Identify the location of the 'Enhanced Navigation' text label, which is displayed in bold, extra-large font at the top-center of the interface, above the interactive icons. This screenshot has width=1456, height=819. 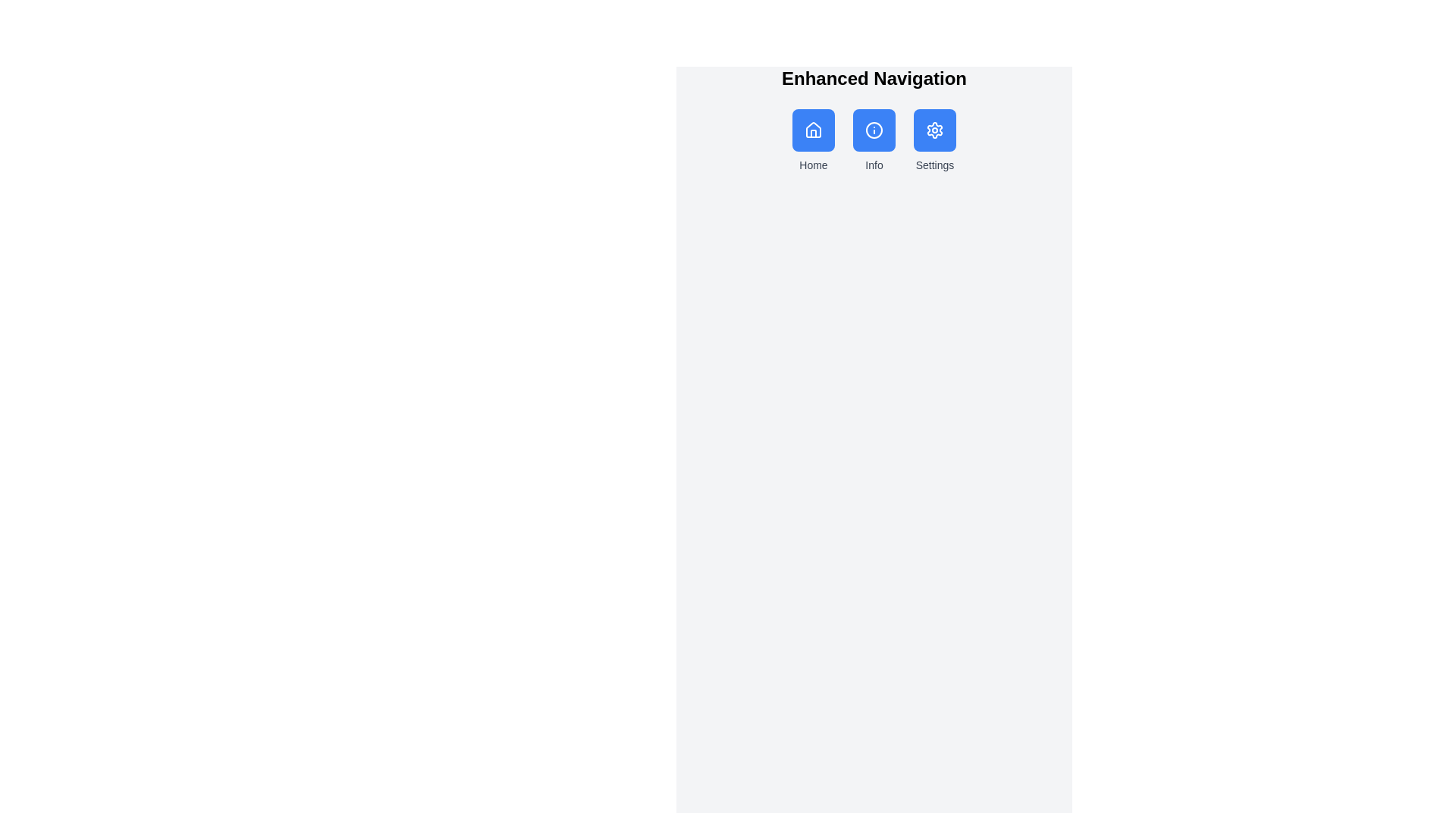
(874, 79).